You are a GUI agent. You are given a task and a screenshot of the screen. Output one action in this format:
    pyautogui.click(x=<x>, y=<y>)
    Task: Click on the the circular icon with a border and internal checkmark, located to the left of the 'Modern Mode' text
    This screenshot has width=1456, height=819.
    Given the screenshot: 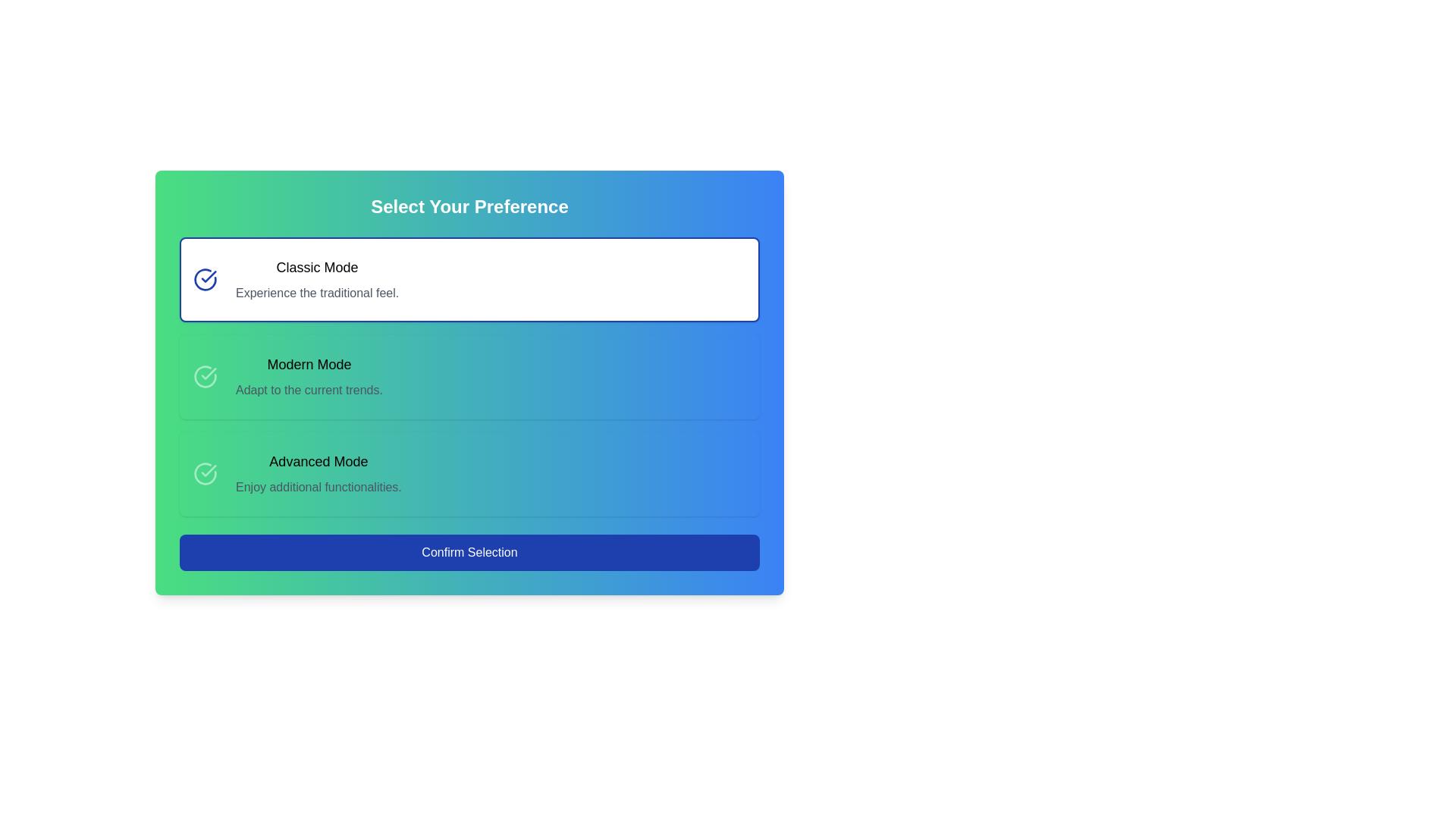 What is the action you would take?
    pyautogui.click(x=204, y=376)
    